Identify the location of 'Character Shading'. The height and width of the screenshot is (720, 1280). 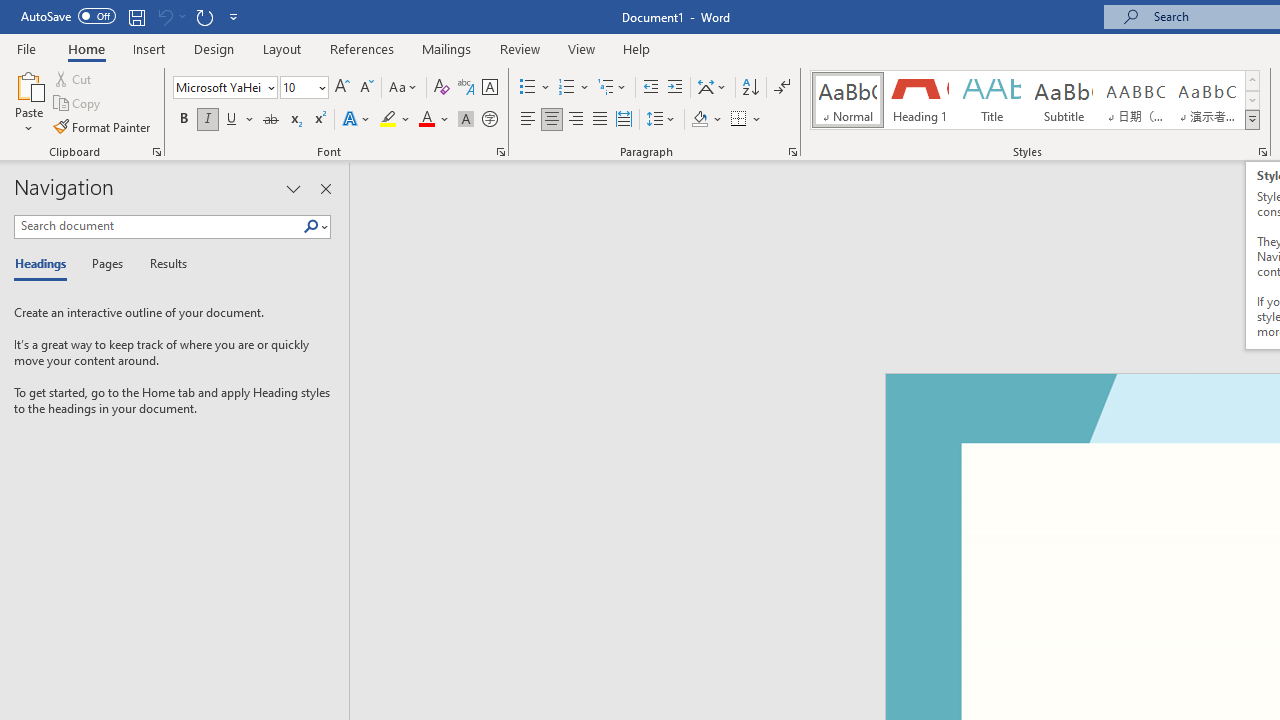
(464, 119).